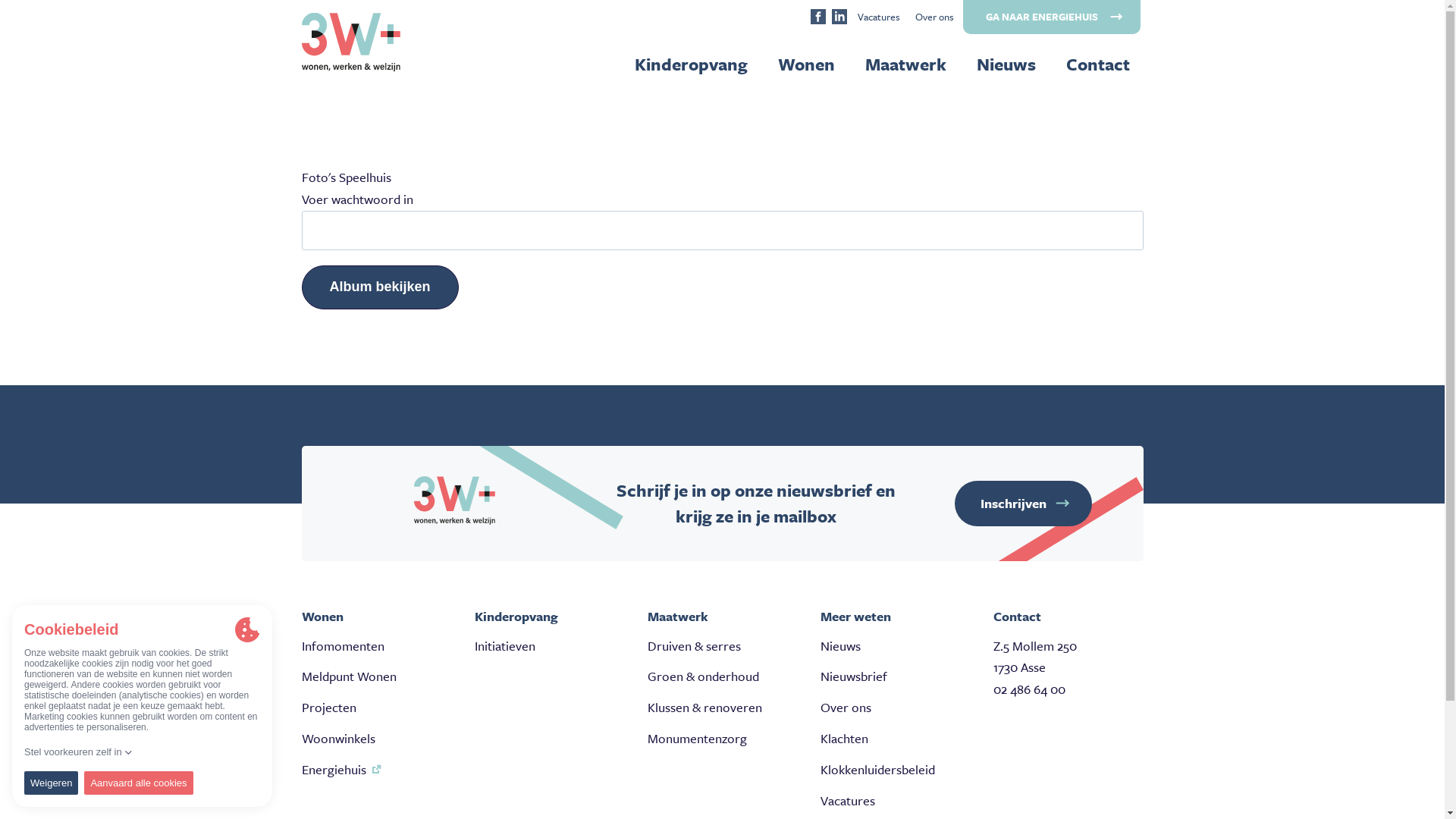  What do you see at coordinates (380, 287) in the screenshot?
I see `'Album bekijken'` at bounding box center [380, 287].